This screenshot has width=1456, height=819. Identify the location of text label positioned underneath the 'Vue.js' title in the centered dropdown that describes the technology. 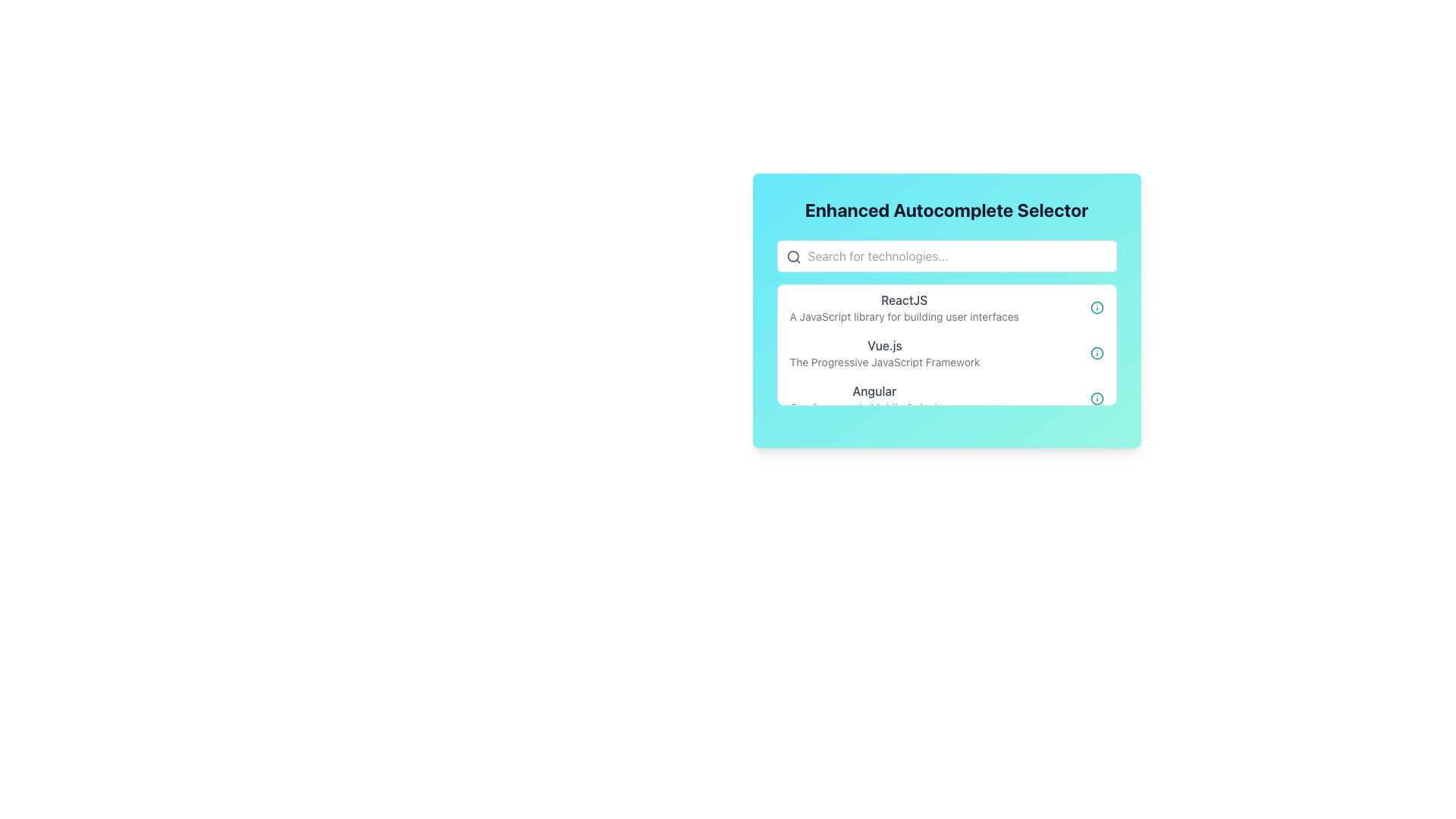
(884, 362).